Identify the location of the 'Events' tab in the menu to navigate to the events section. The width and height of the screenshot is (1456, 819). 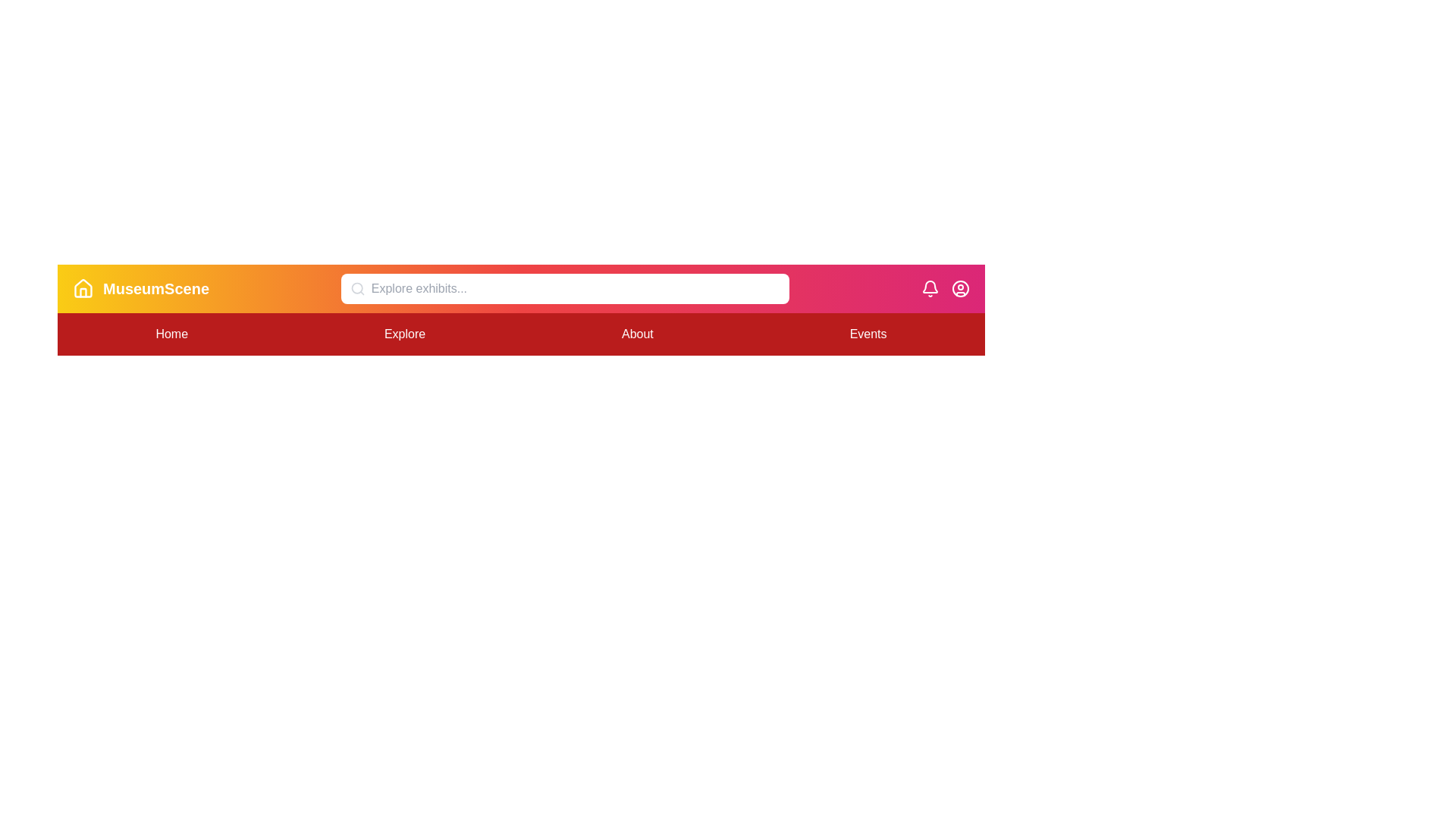
(868, 333).